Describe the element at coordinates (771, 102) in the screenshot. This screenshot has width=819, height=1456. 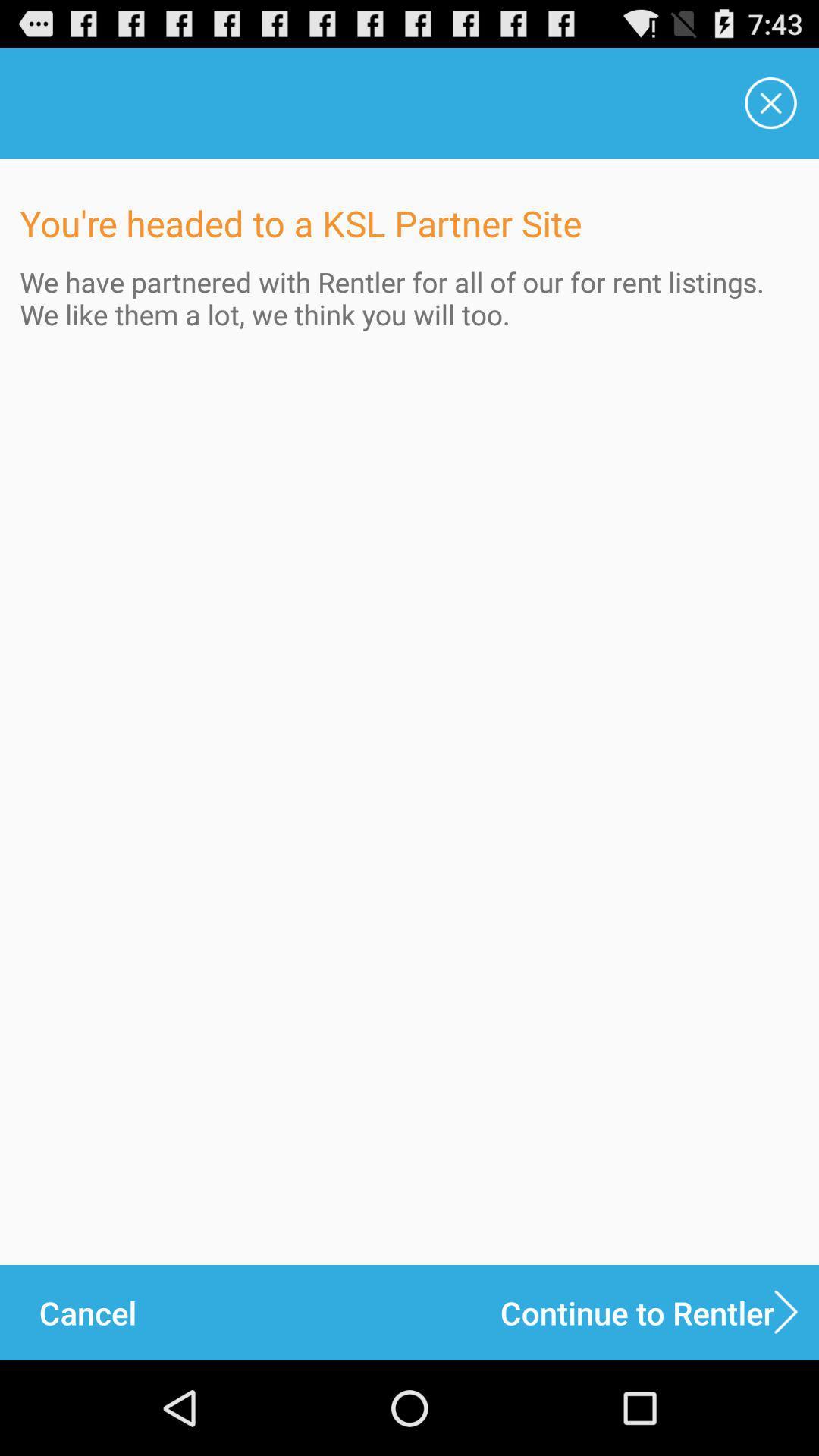
I see `the icon at the top right corner` at that location.